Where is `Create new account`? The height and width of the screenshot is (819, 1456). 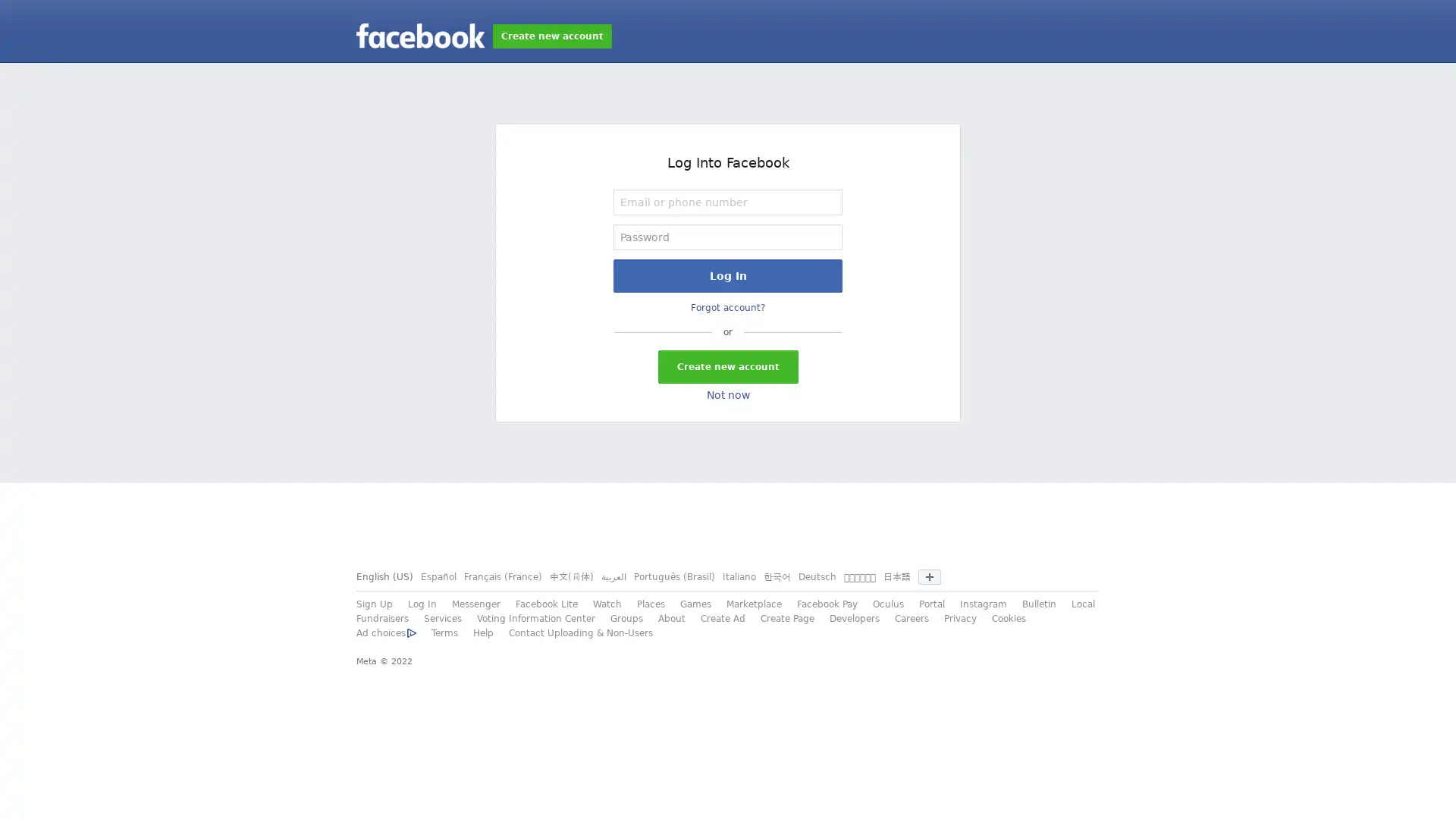 Create new account is located at coordinates (551, 35).